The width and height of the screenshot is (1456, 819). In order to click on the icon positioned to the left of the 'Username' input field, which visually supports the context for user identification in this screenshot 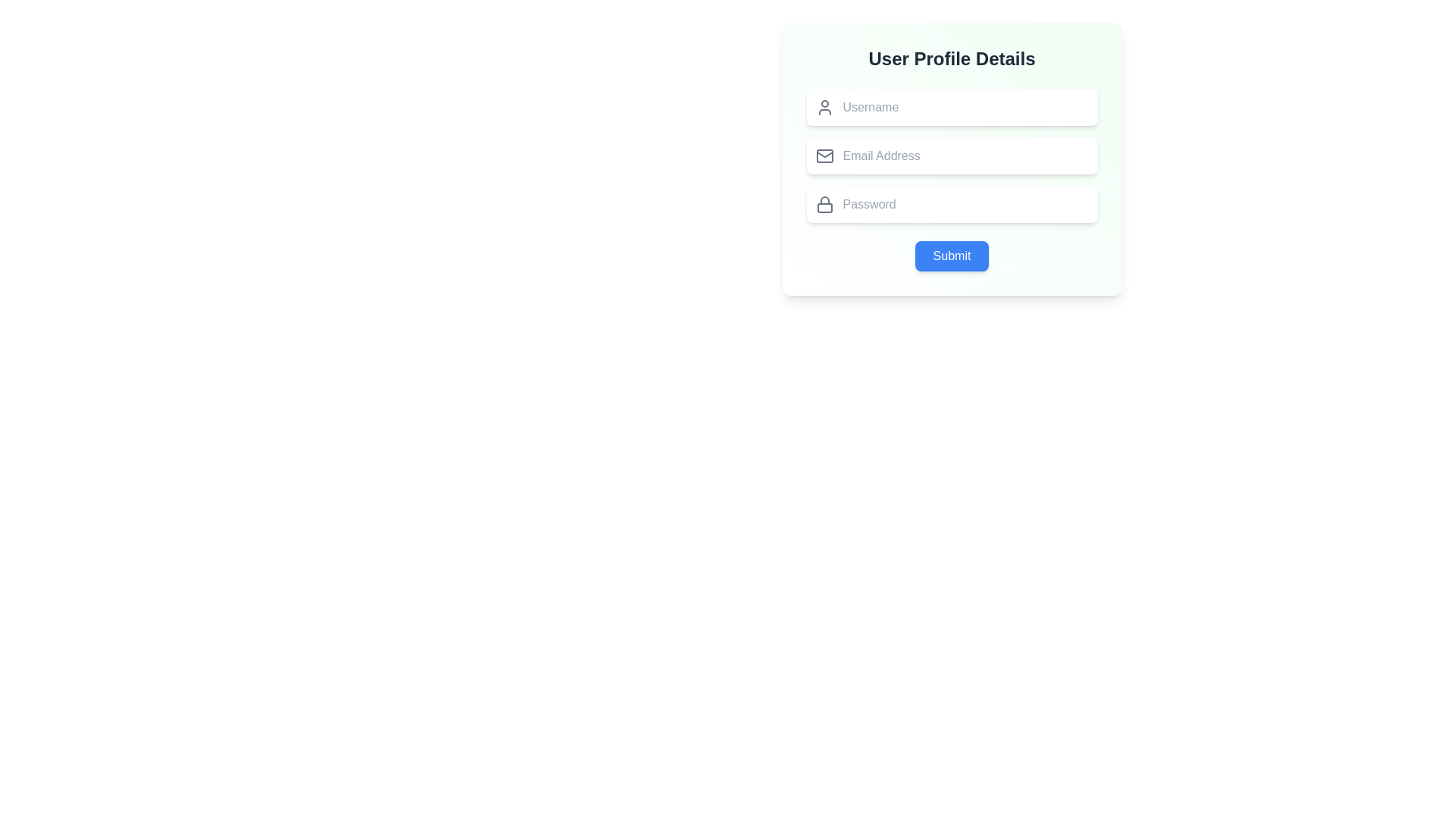, I will do `click(824, 107)`.